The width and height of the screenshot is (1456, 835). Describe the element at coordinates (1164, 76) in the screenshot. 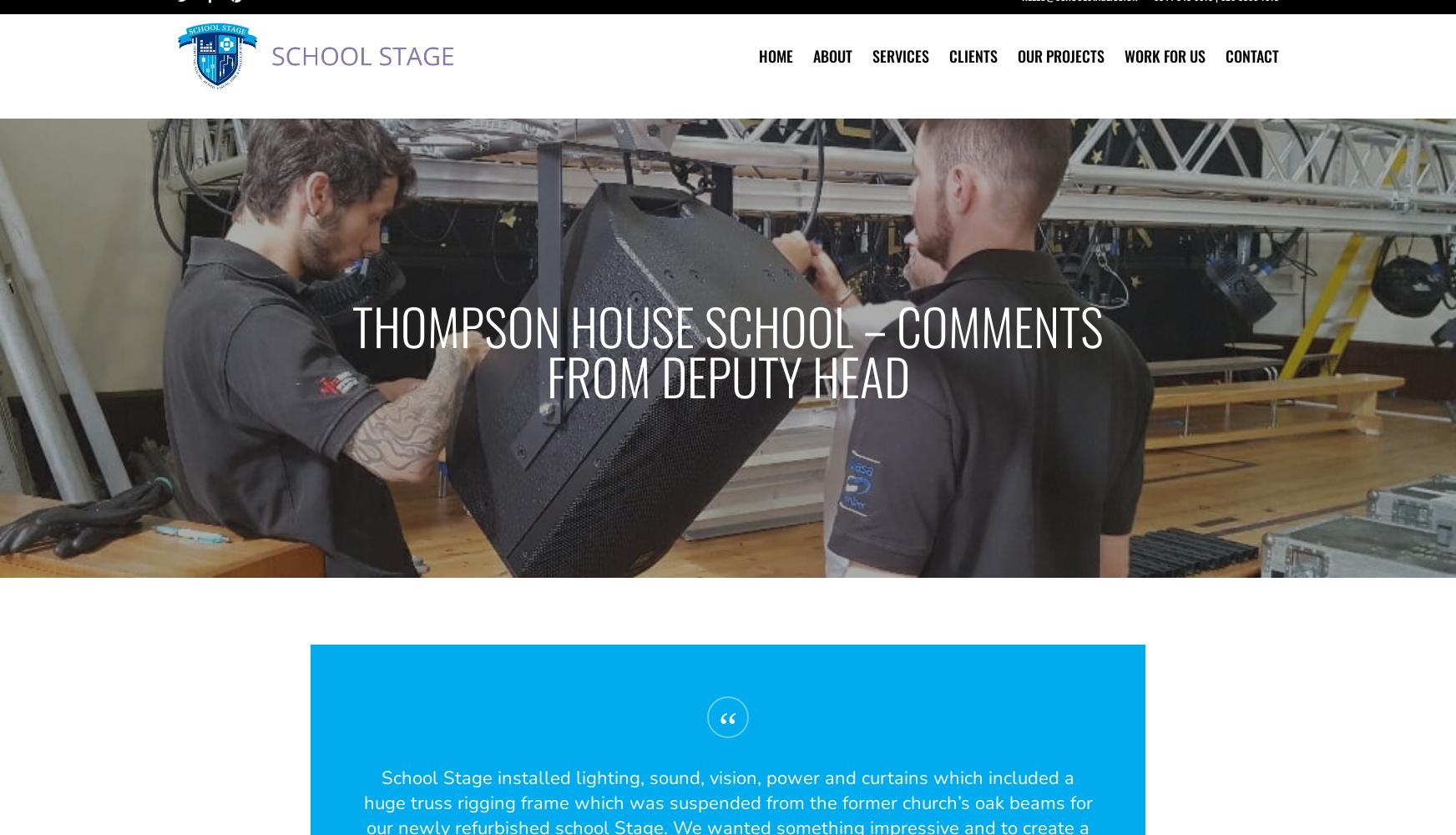

I see `'Work For Us'` at that location.